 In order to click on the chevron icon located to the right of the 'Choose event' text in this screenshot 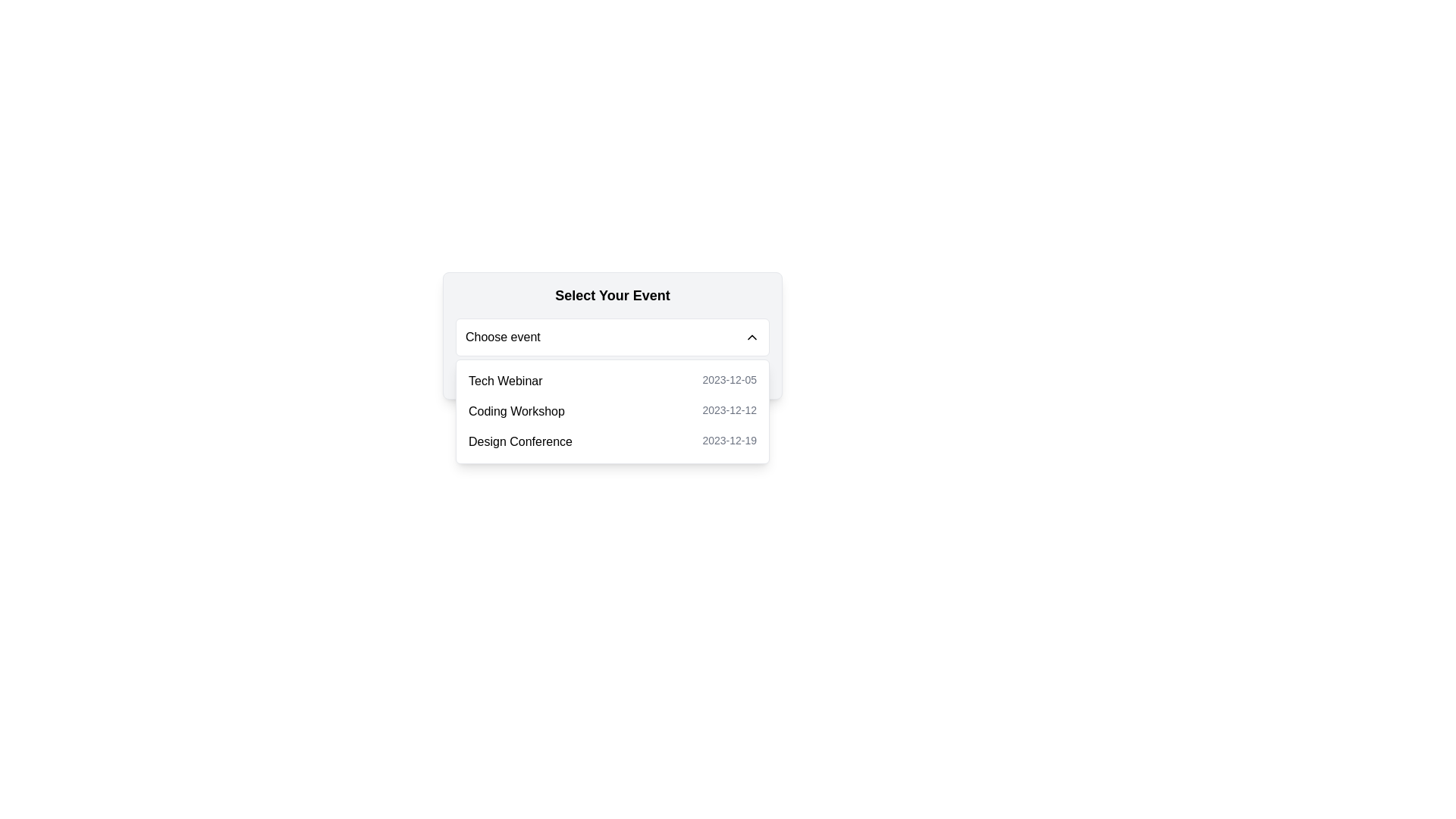, I will do `click(752, 336)`.